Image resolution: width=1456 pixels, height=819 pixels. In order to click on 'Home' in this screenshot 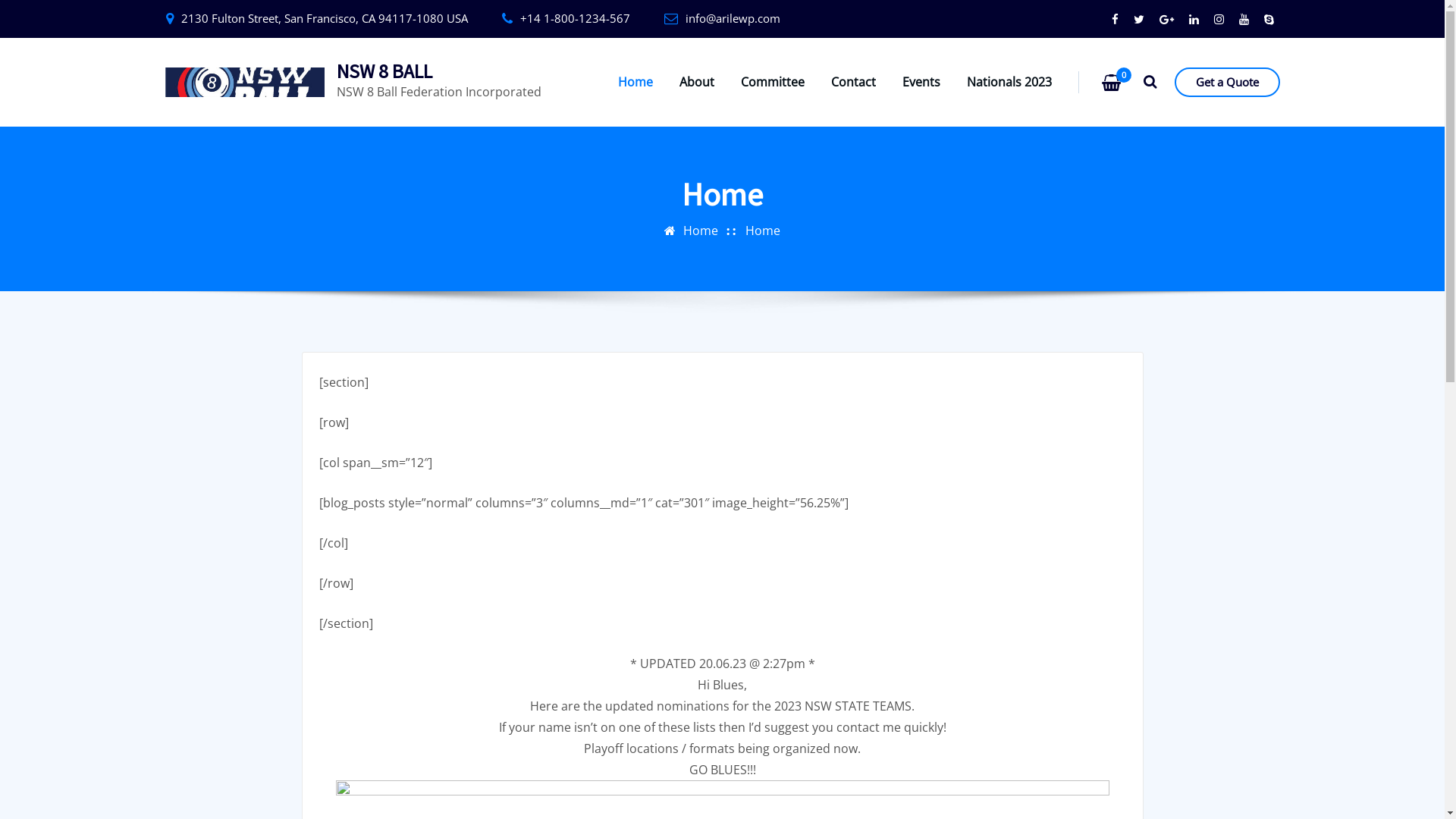, I will do `click(635, 82)`.